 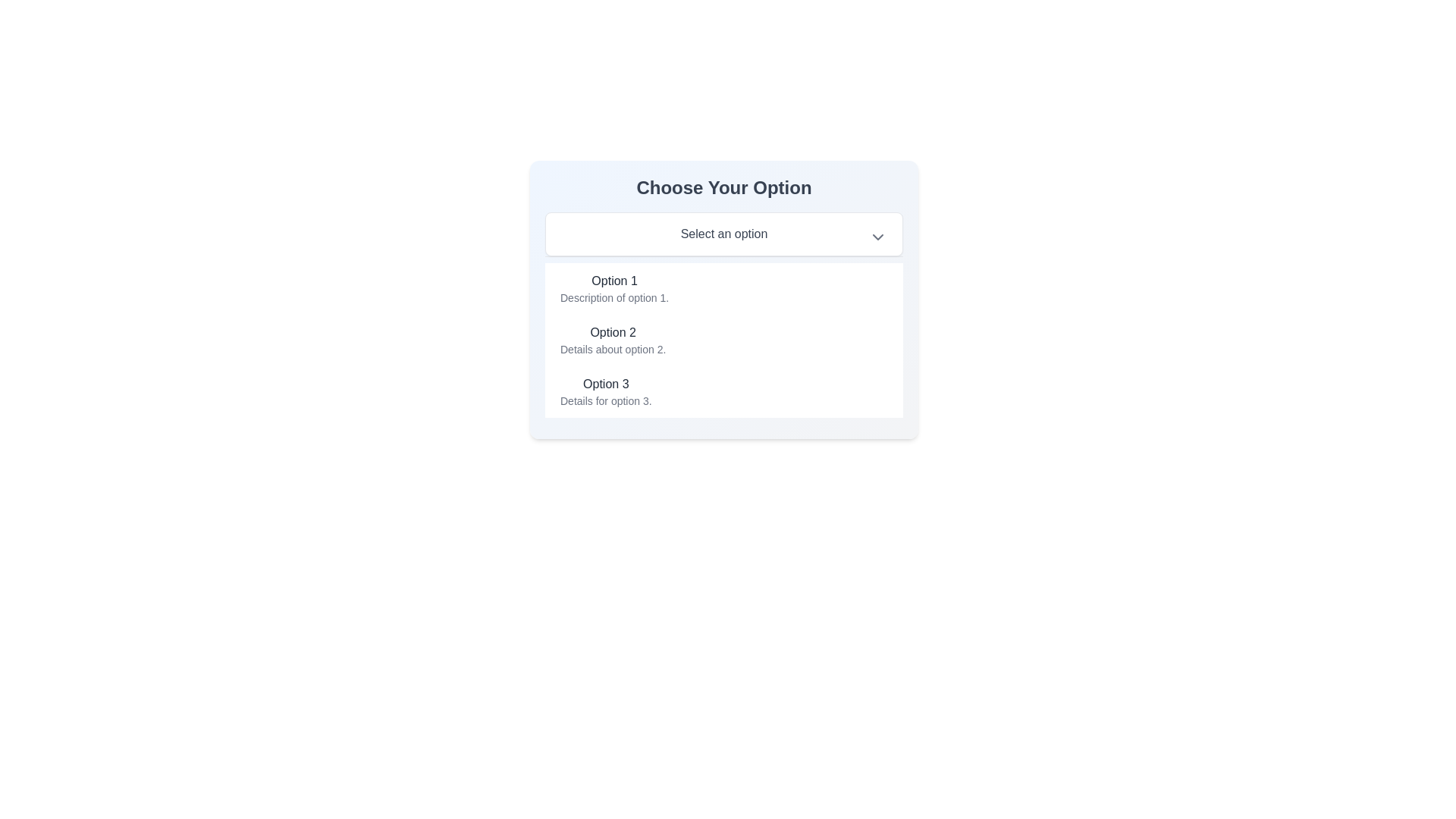 I want to click on the third selectable option in the list located below the 'Choose Your Option' dropdown menu, so click(x=723, y=391).